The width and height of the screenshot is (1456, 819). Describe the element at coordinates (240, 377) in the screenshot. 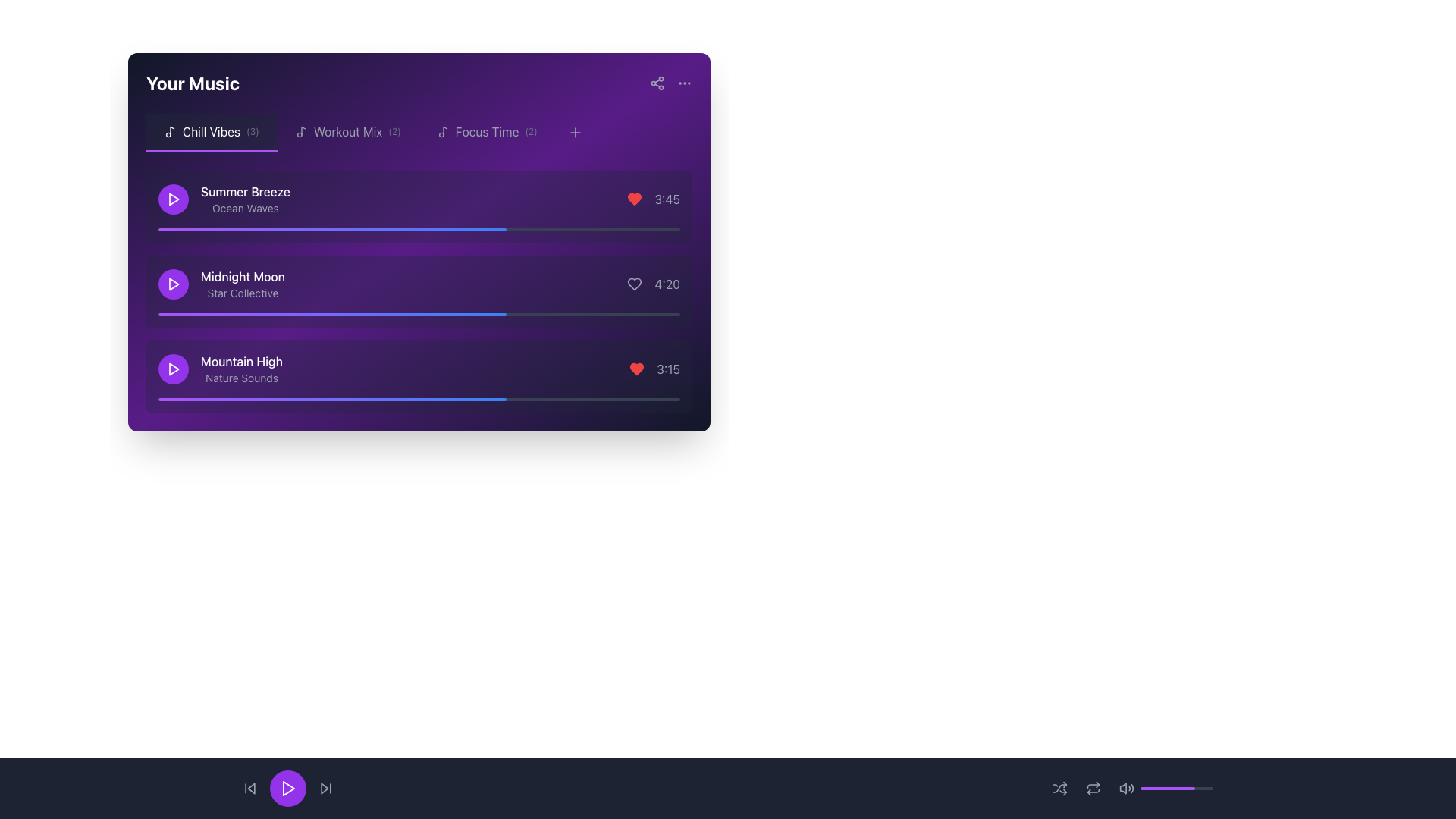

I see `descriptive text label located below the 'Mountain High' title in the 'Chill Vibes' tab of the playlist, which indicates the genre or theme of the music track` at that location.